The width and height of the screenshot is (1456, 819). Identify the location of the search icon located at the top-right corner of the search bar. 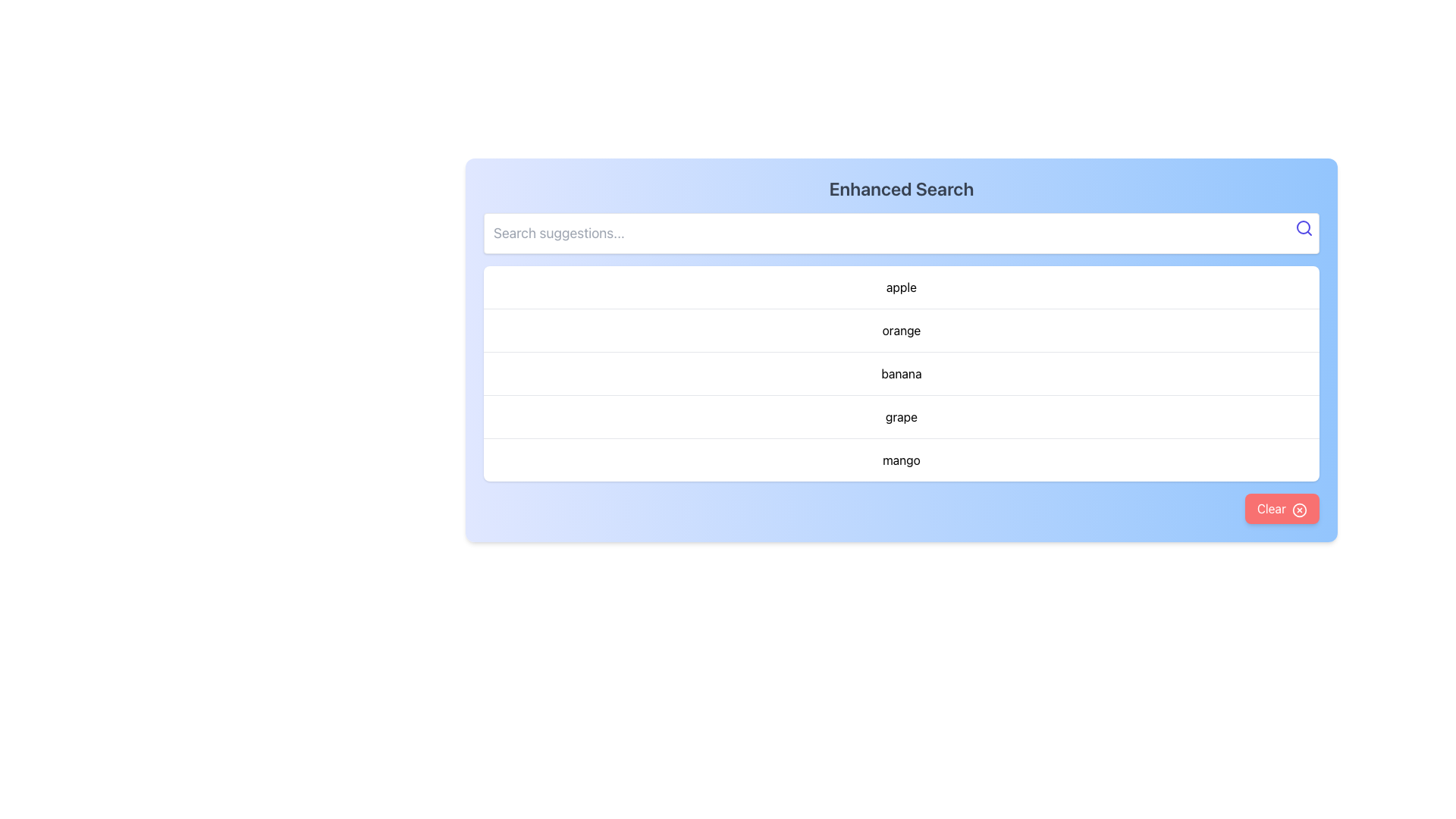
(1303, 227).